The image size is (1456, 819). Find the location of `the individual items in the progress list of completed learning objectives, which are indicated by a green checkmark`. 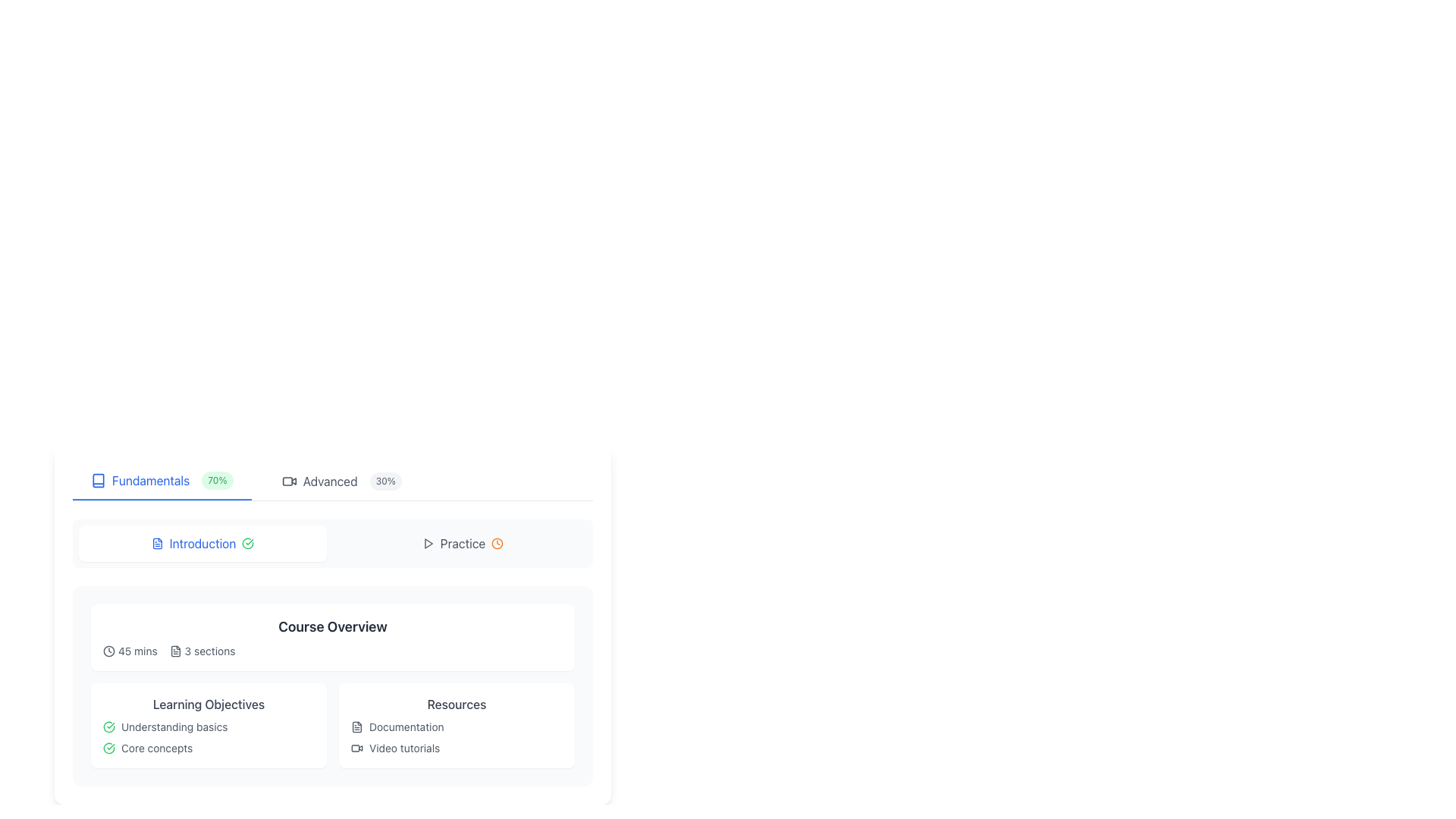

the individual items in the progress list of completed learning objectives, which are indicated by a green checkmark is located at coordinates (208, 736).